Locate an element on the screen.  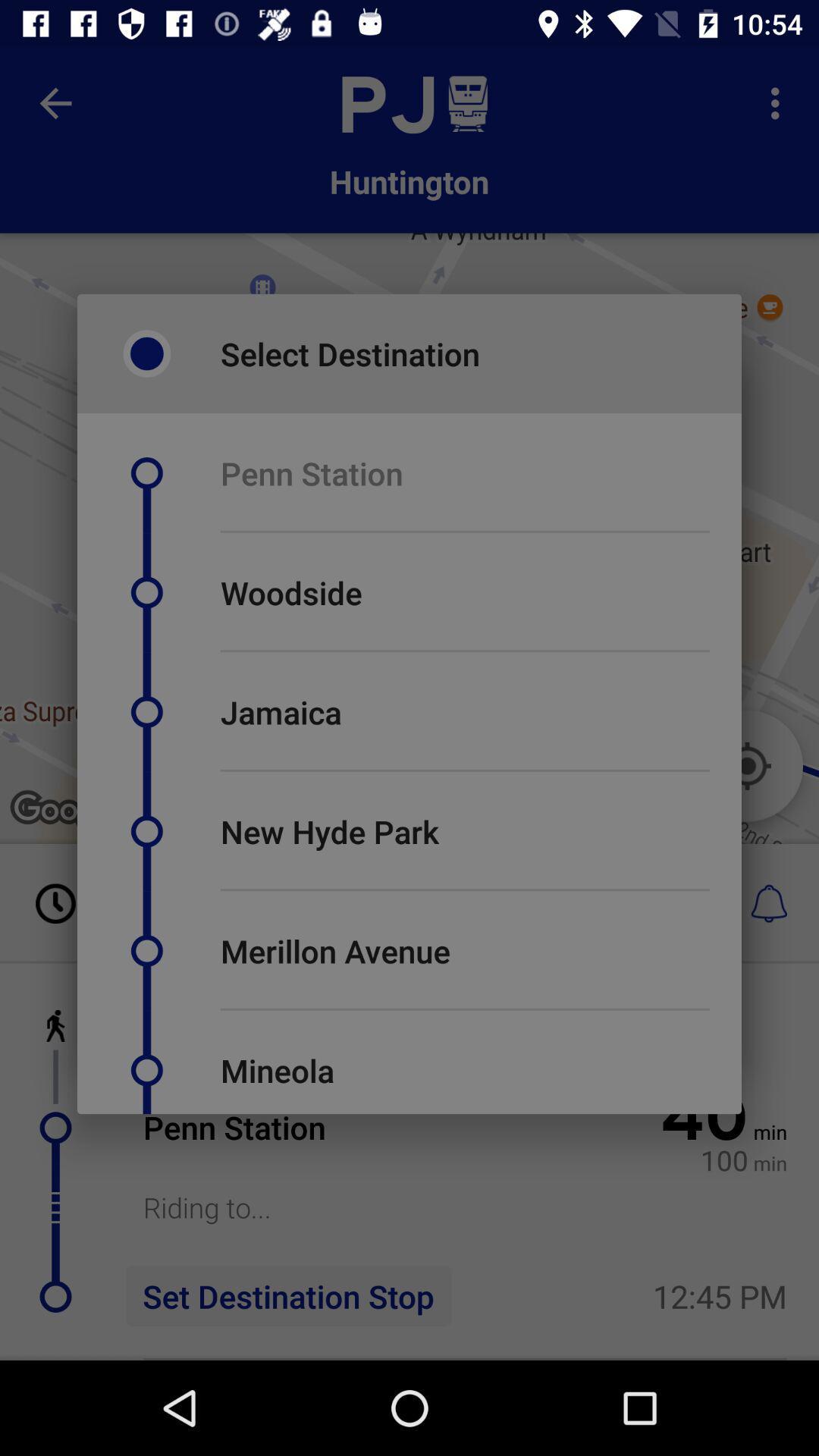
the icon above woodside icon is located at coordinates (464, 532).